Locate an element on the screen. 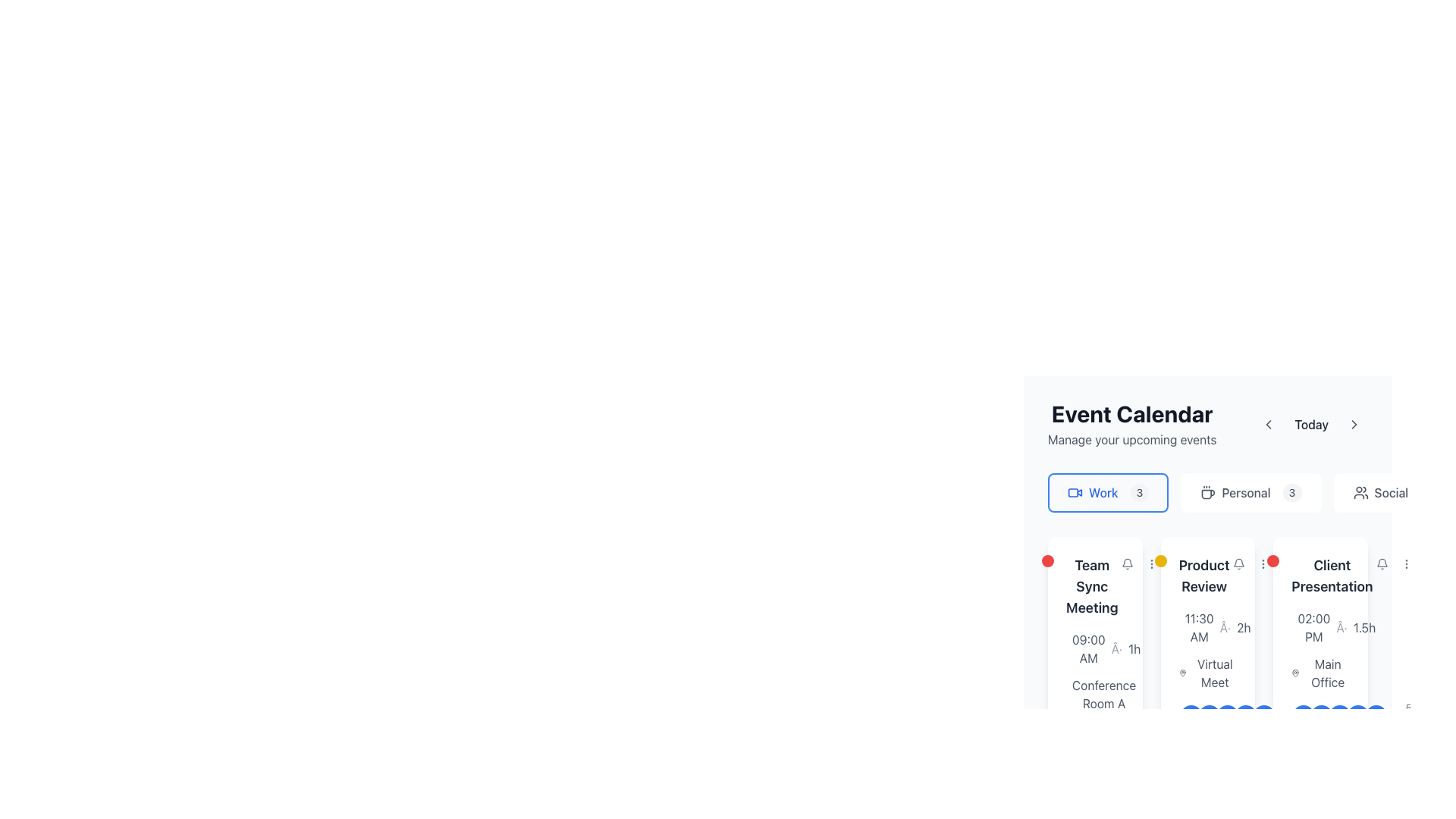 Image resolution: width=1456 pixels, height=819 pixels. the progress indicator composed of five circular elements located at the bottom section of the 'Client Presentation' card is located at coordinates (1340, 716).